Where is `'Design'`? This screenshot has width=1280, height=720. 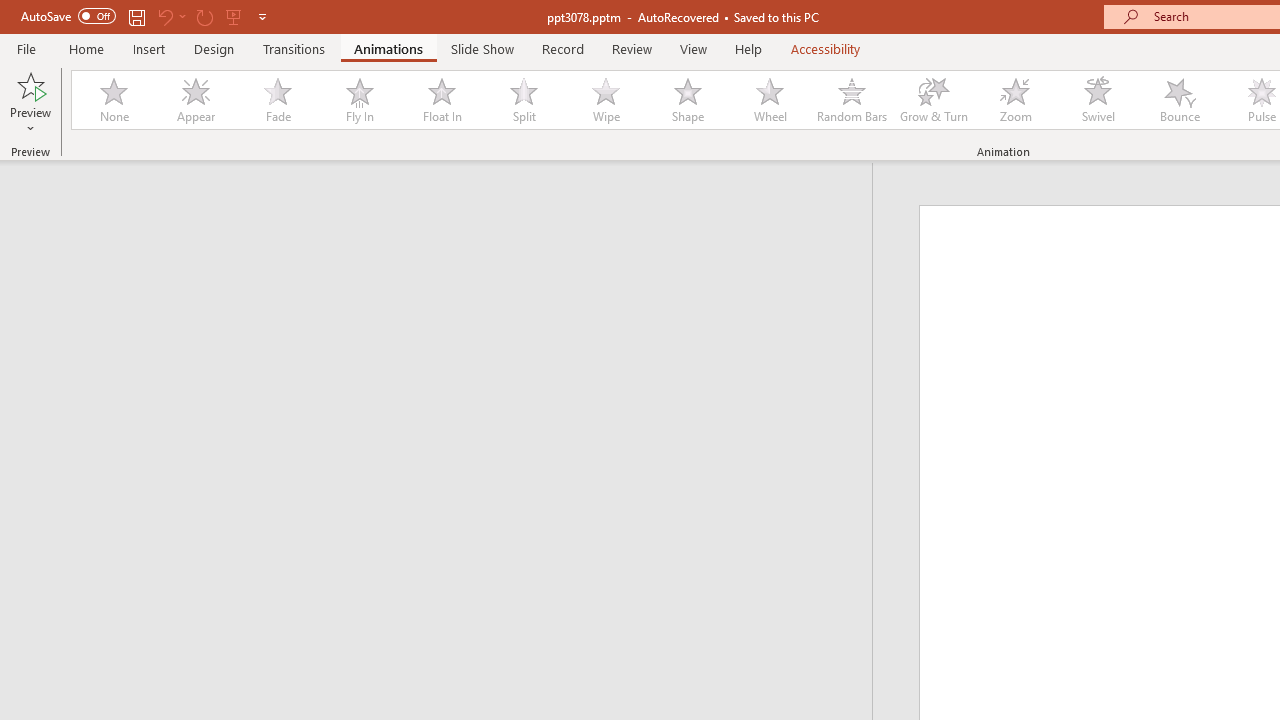
'Design' is located at coordinates (214, 48).